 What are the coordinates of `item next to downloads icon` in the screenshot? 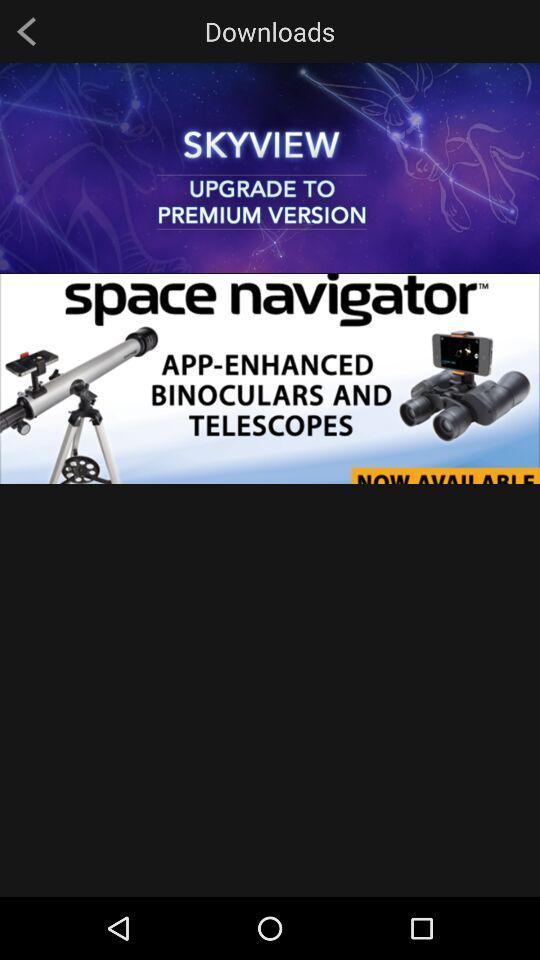 It's located at (25, 30).